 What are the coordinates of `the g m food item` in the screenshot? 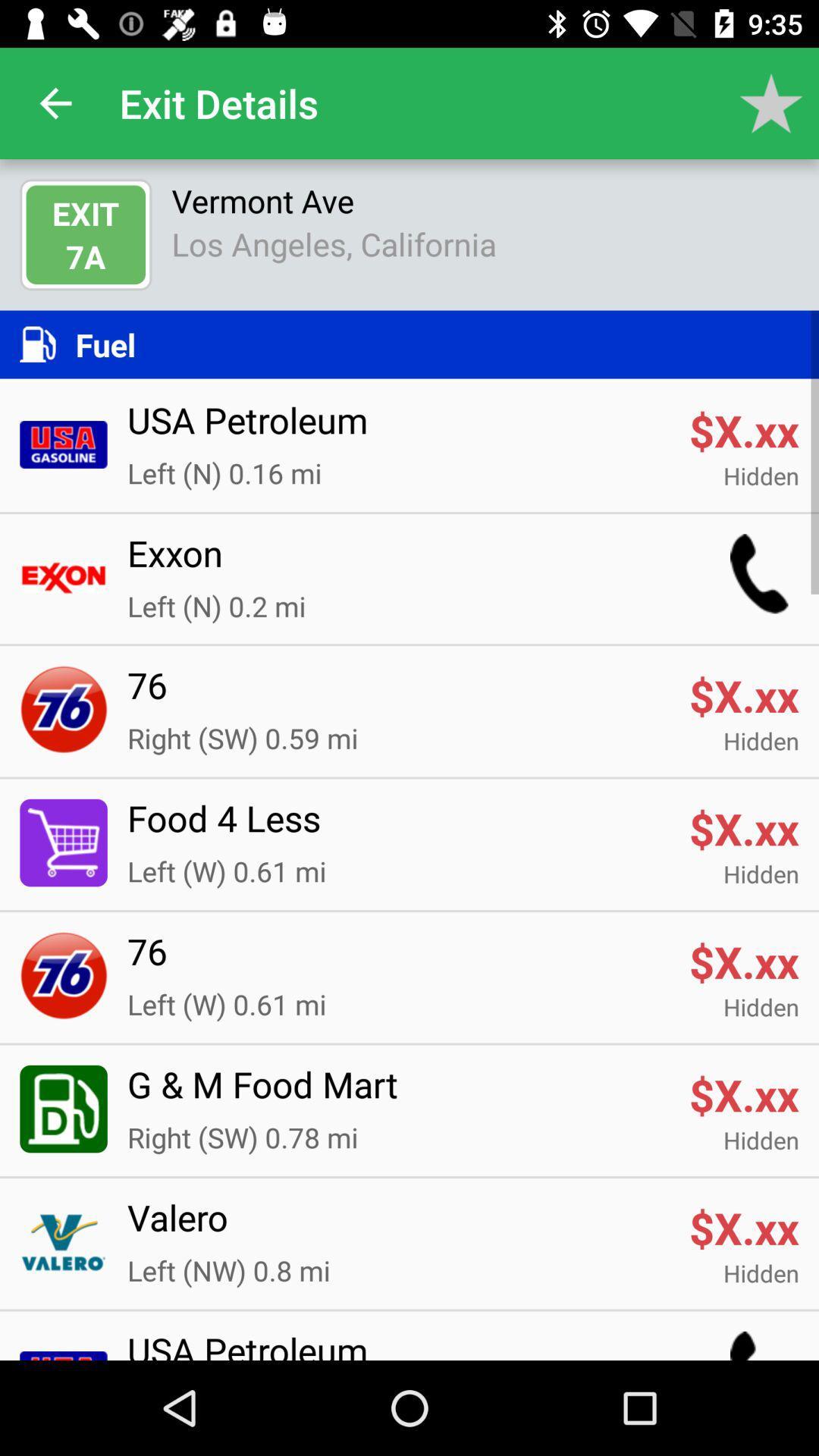 It's located at (397, 1094).